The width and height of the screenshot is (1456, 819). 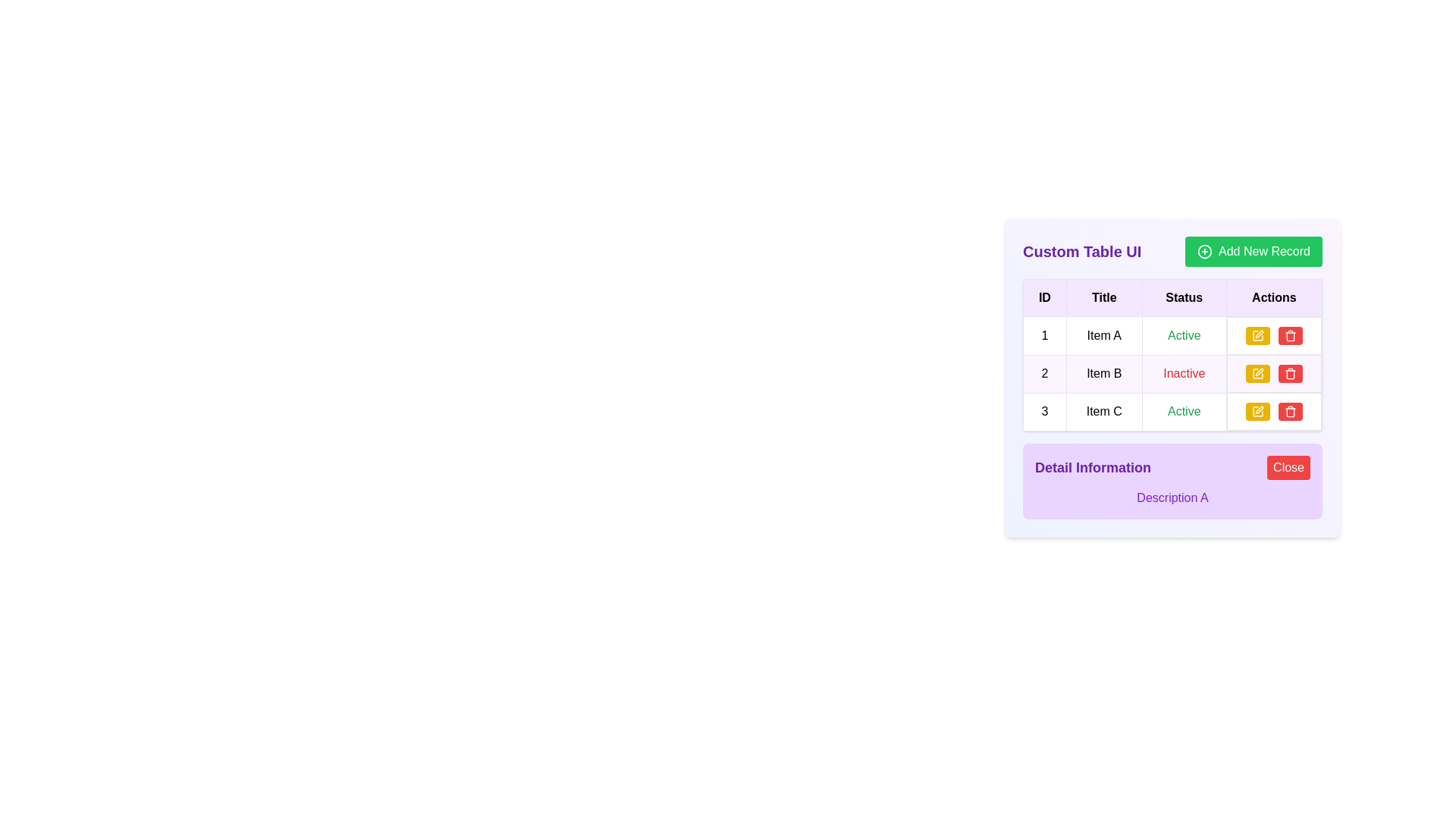 I want to click on text label styled in green displaying 'Active' located in the 'Status' column of the table, aligned with 'Item A', so click(x=1183, y=334).